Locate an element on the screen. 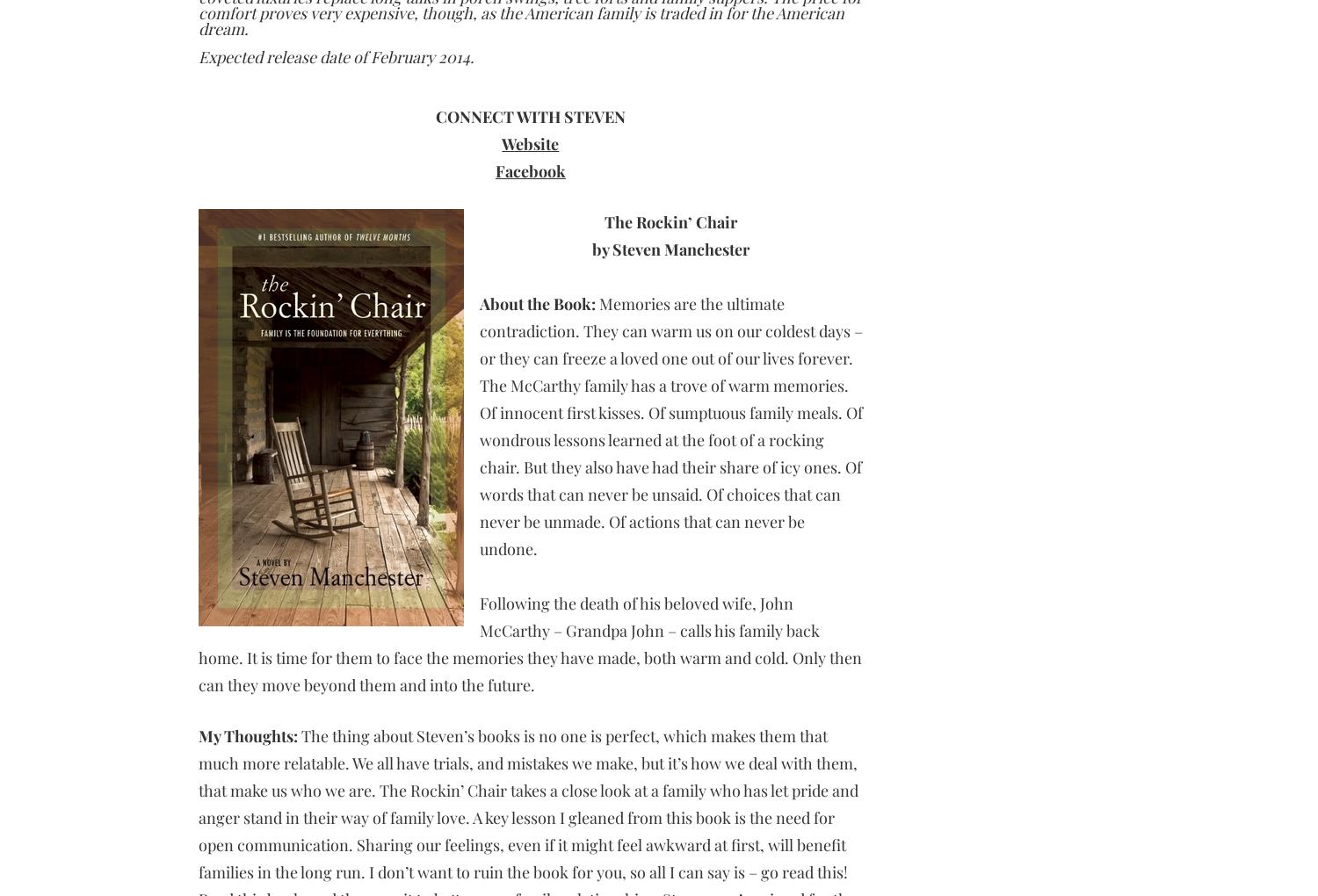 The image size is (1318, 896). 'Memories are the ultimate contradiction. They can warm us on our coldest days – or they can freeze a loved one out of our lives forever. The McCarthy family has a trove of warm memories. Of innocent first kisses. Of sumptuous family meals. Of wondrous lessons learned at the foot of a rocking chair. But they also have had their share of icy ones. Of words that can never be unsaid. Of choices that can never be unmade. Of actions that can never be undone.' is located at coordinates (670, 426).